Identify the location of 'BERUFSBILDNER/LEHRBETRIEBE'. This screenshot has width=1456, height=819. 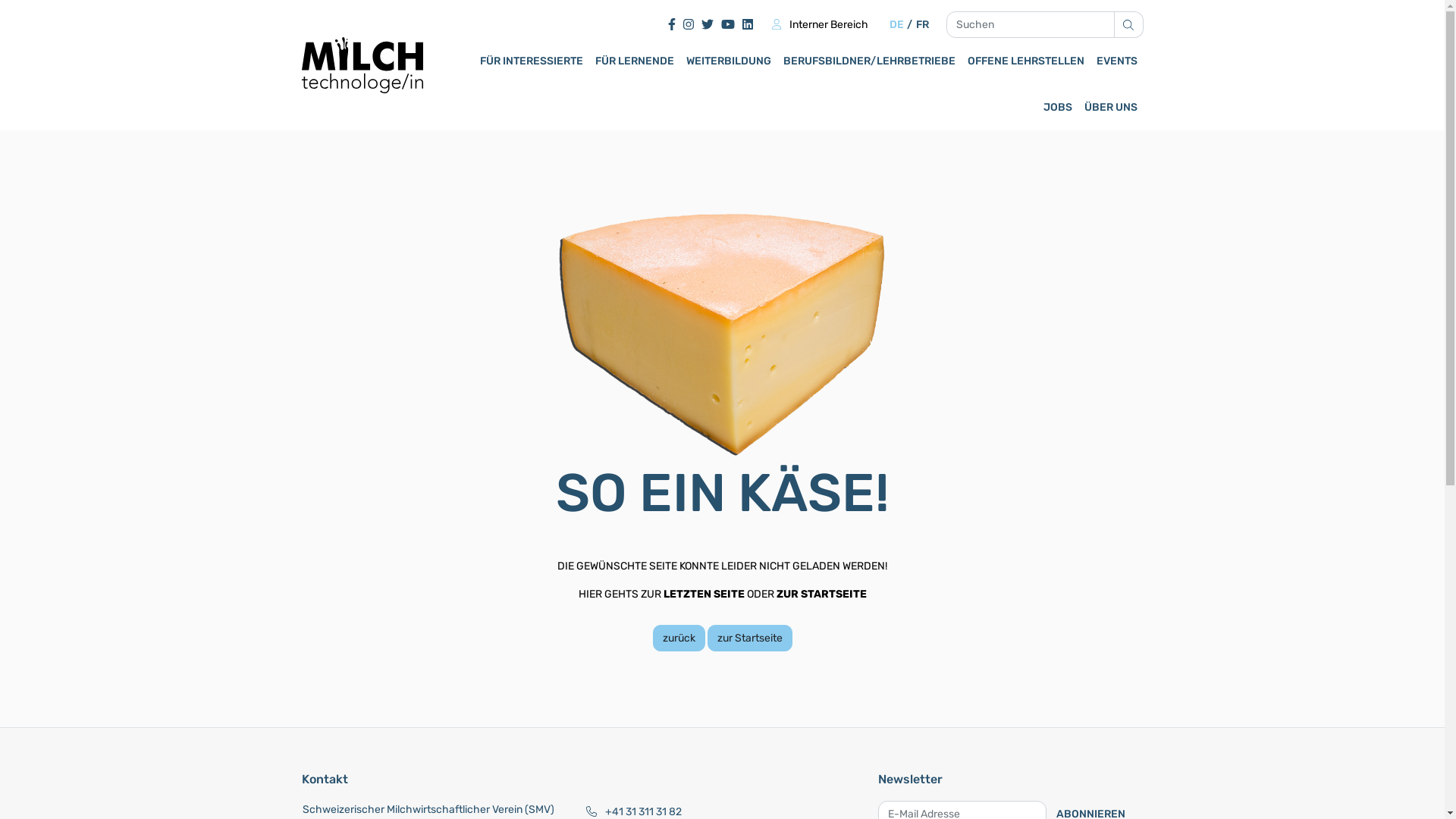
(868, 60).